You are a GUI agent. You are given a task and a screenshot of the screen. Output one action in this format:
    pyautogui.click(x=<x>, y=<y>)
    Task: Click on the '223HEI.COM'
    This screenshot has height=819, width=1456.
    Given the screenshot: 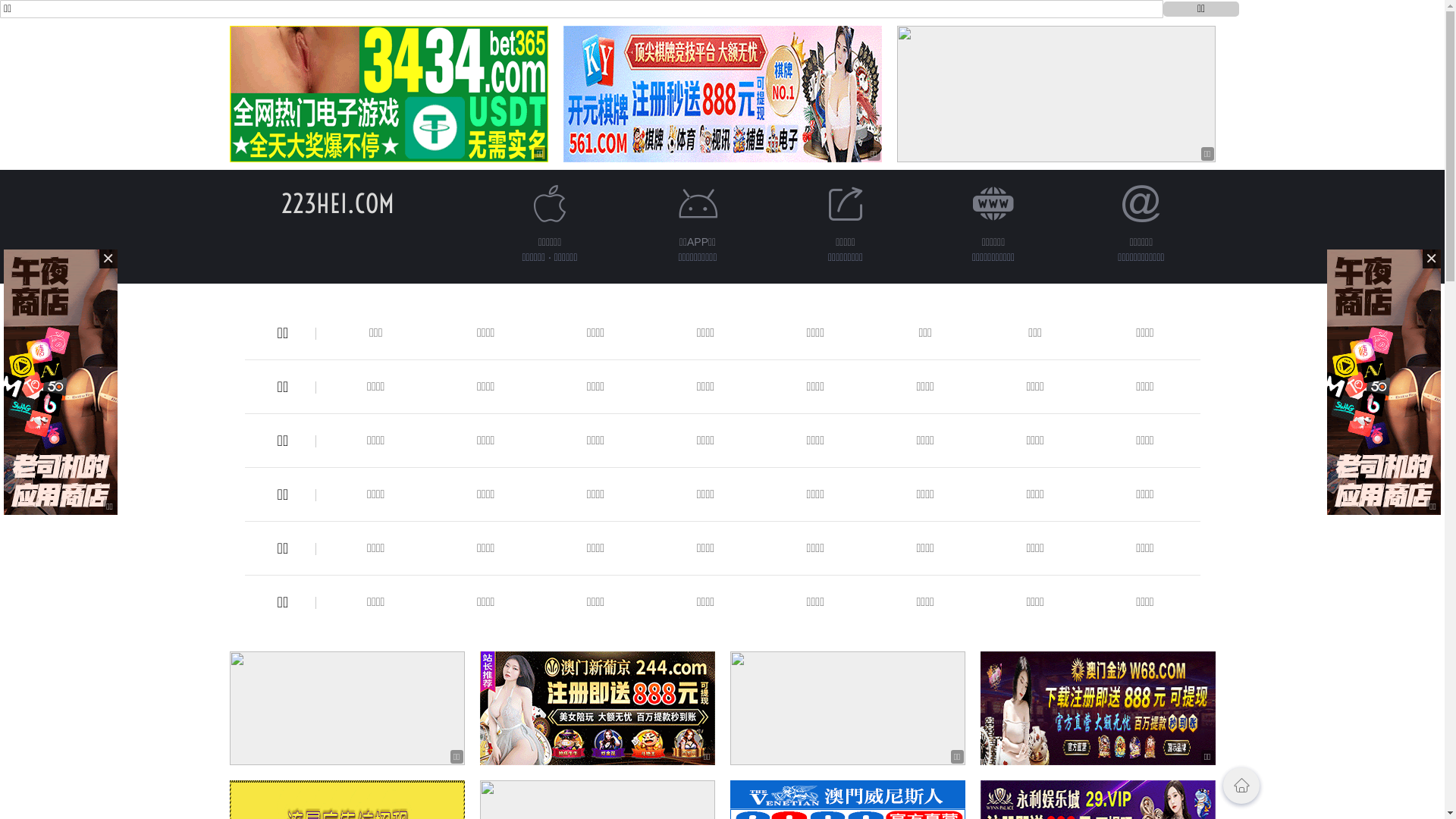 What is the action you would take?
    pyautogui.click(x=337, y=202)
    